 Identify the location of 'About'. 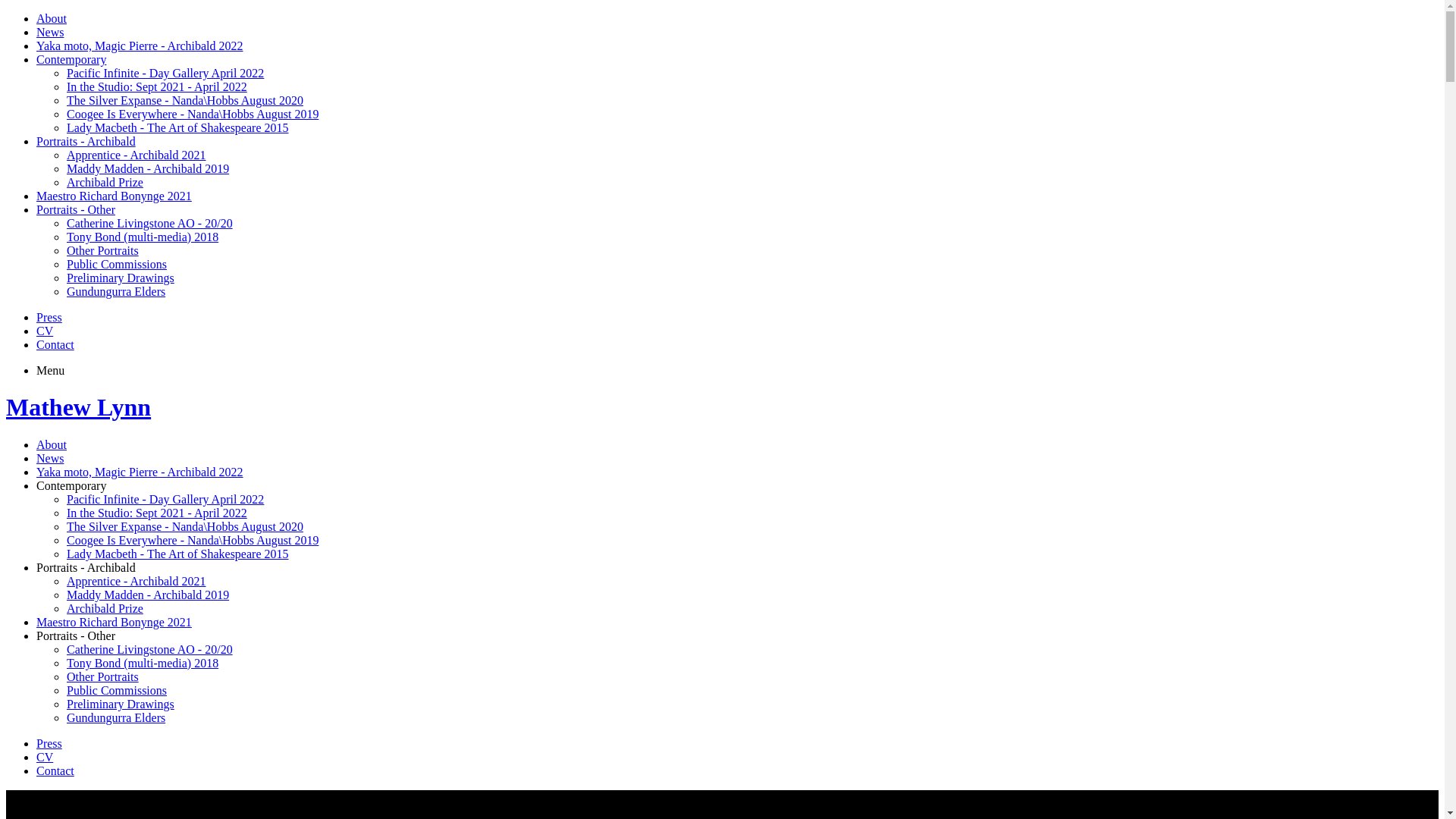
(51, 18).